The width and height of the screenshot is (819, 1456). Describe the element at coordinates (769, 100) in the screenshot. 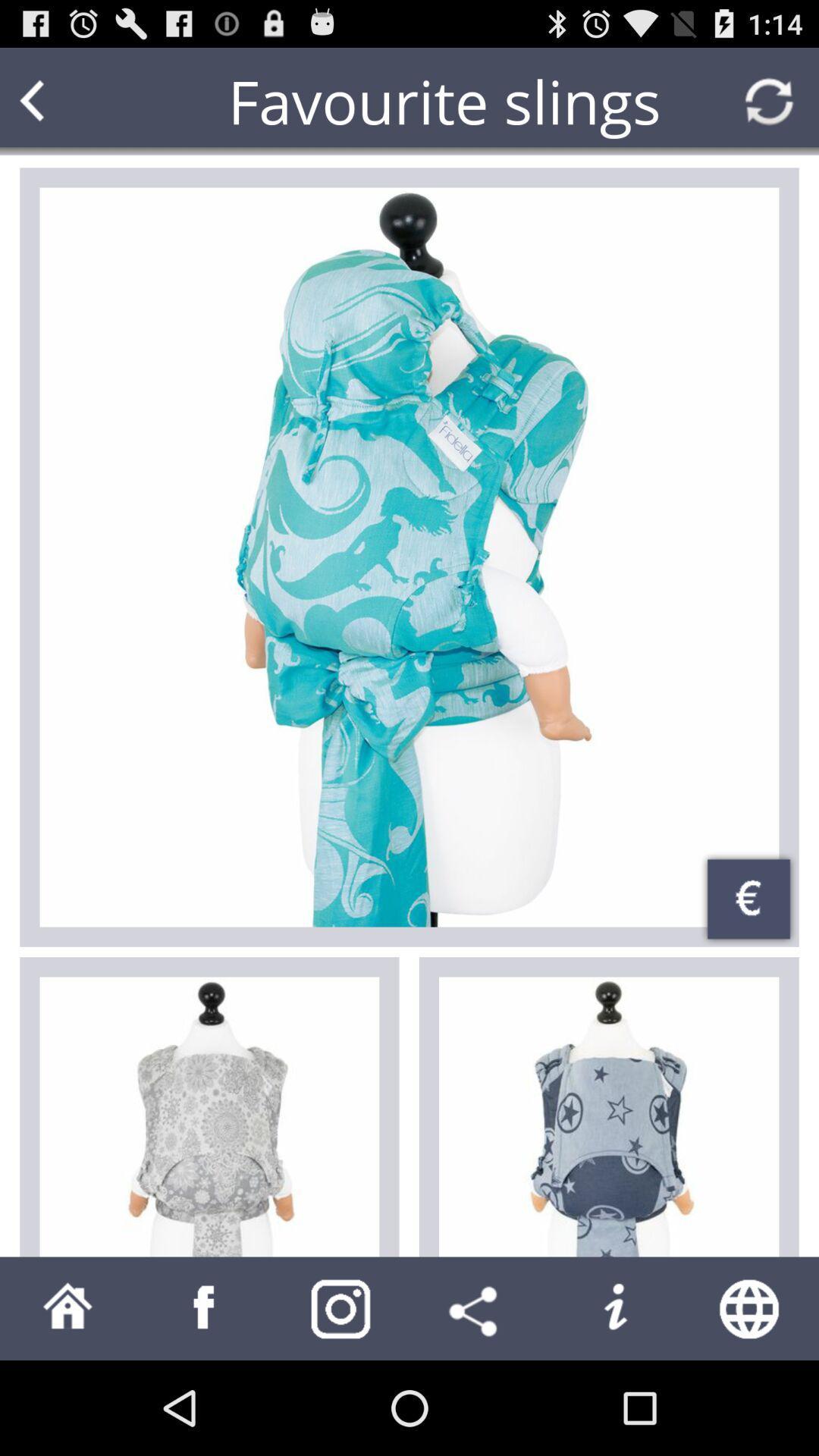

I see `reload page` at that location.